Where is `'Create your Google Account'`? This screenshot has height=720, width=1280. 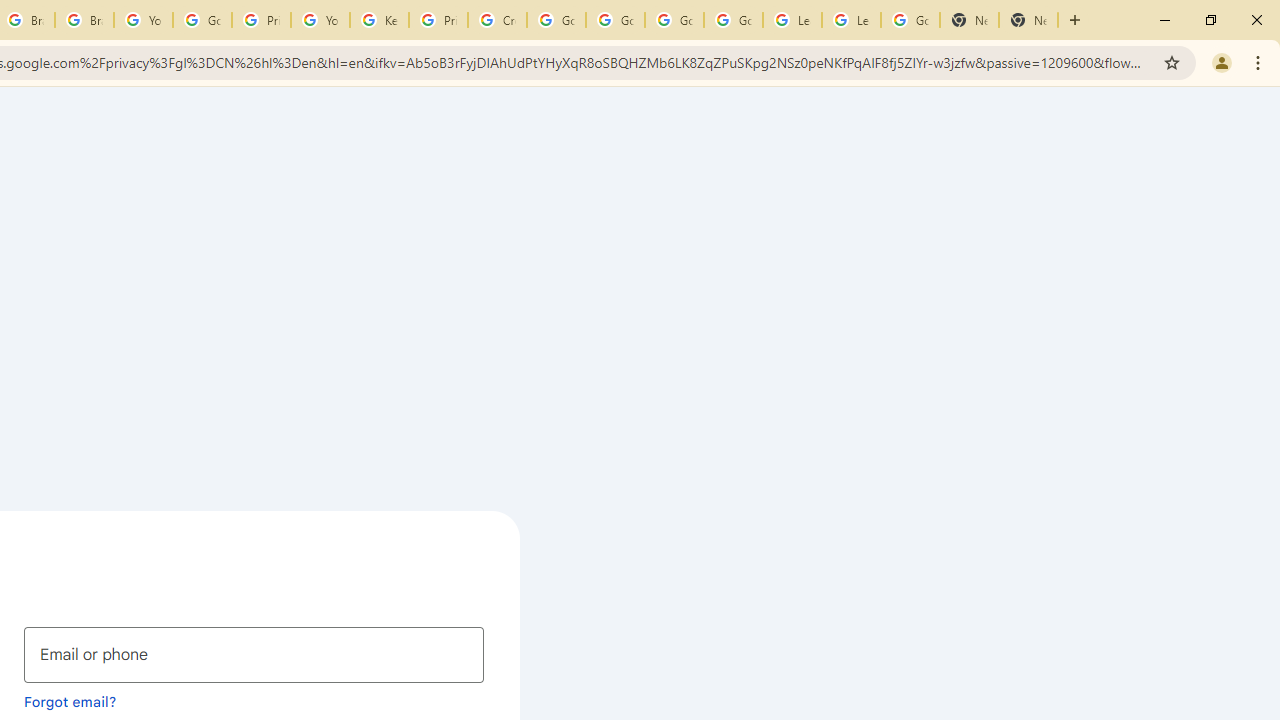 'Create your Google Account' is located at coordinates (497, 20).